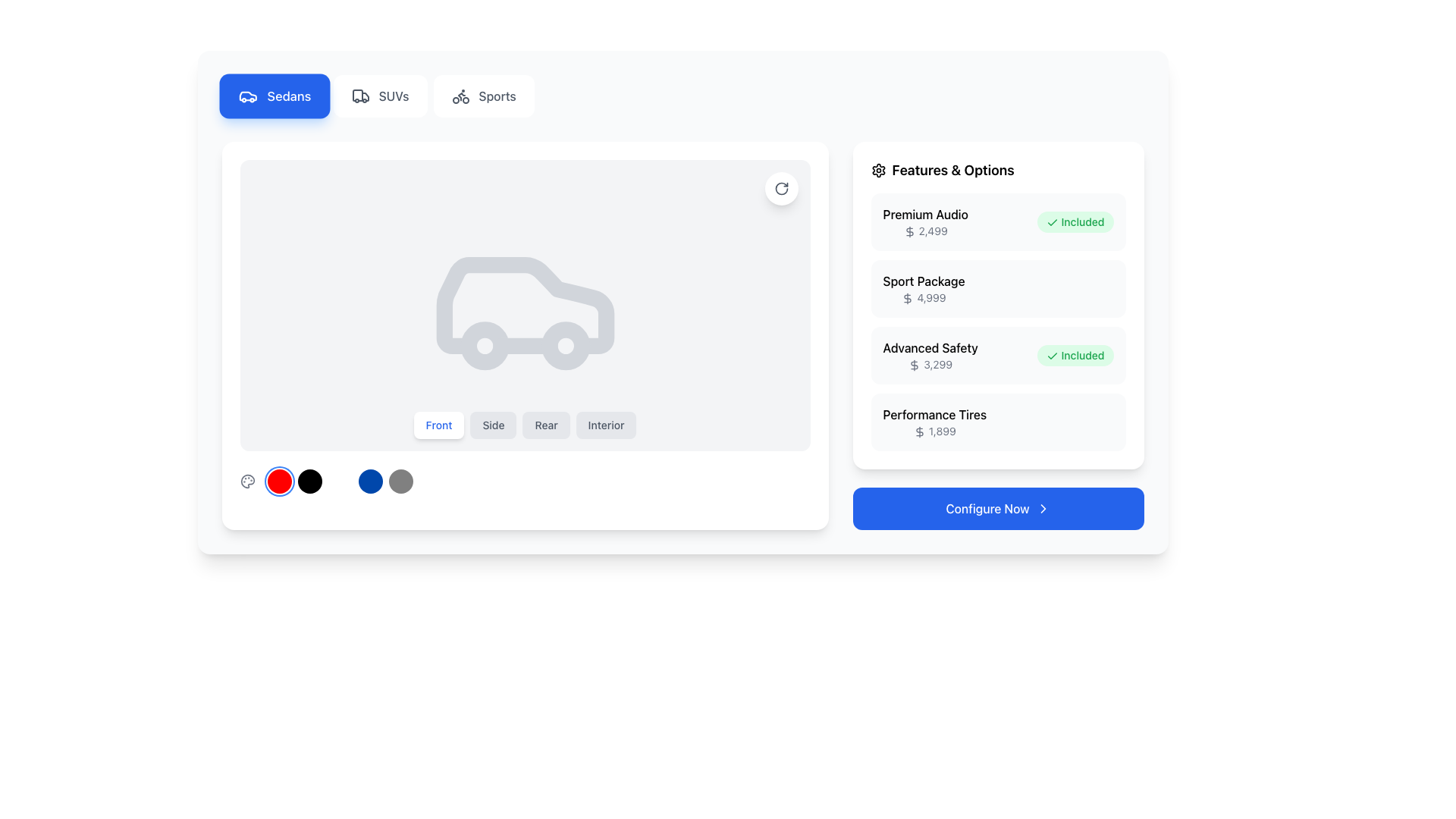 Image resolution: width=1456 pixels, height=819 pixels. I want to click on the informational text block displaying 'Advanced Safety' with the price '$3,299' located in the 'Features & Options' section, so click(930, 356).